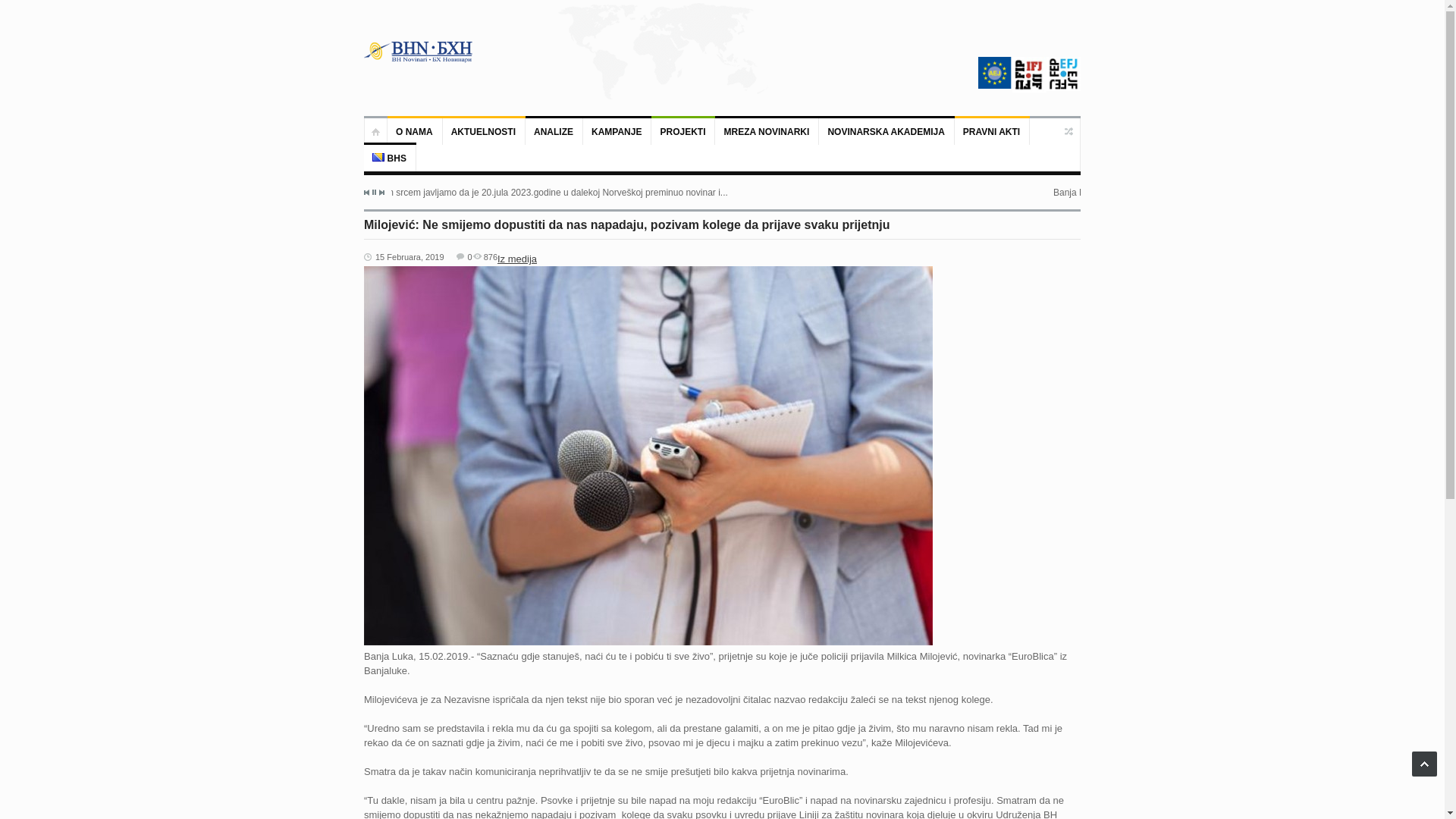 The height and width of the screenshot is (819, 1456). Describe the element at coordinates (419, 51) in the screenshot. I see `'BH novinari'` at that location.